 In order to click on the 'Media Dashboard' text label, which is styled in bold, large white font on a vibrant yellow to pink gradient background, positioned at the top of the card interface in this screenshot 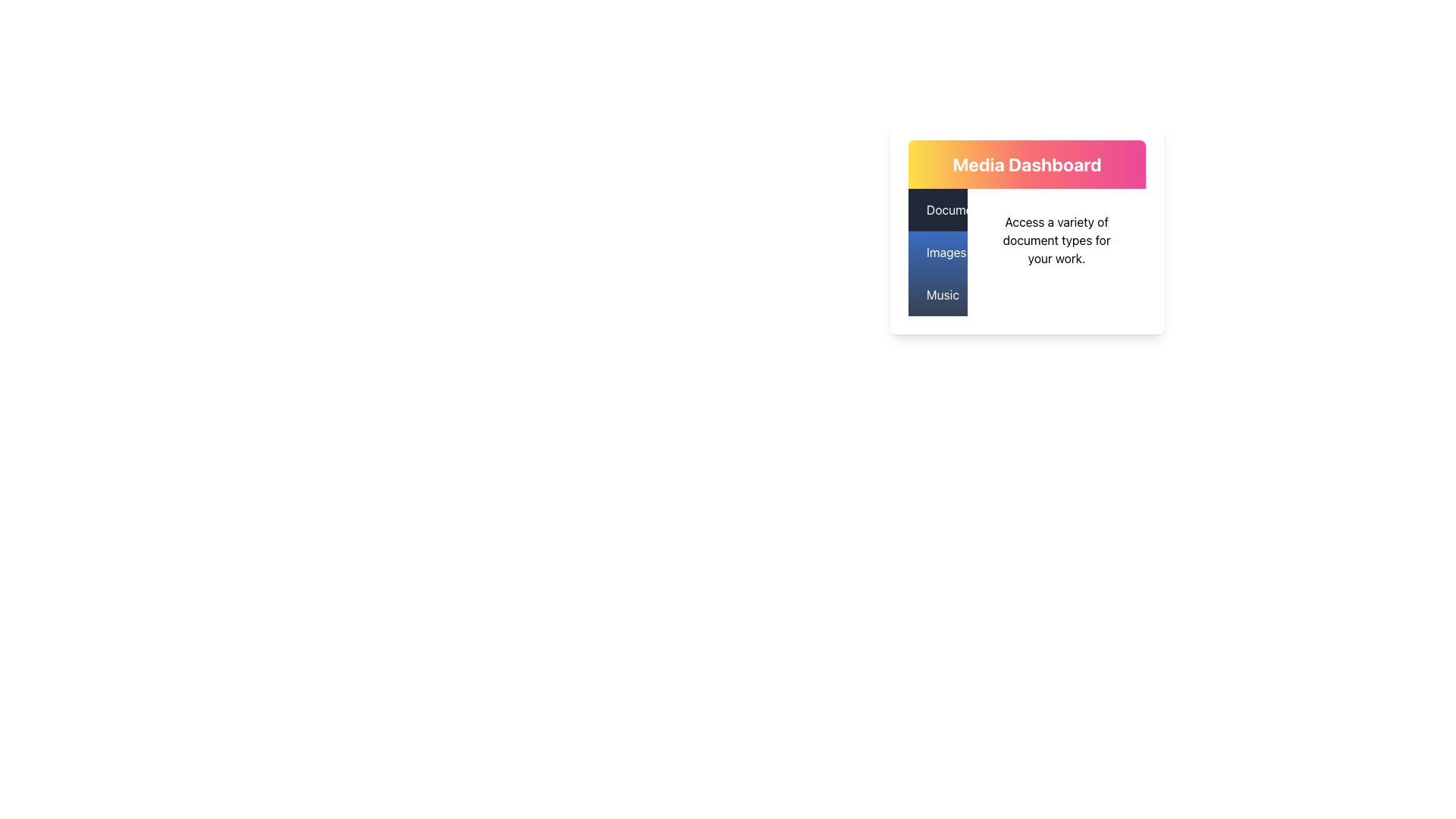, I will do `click(1027, 164)`.